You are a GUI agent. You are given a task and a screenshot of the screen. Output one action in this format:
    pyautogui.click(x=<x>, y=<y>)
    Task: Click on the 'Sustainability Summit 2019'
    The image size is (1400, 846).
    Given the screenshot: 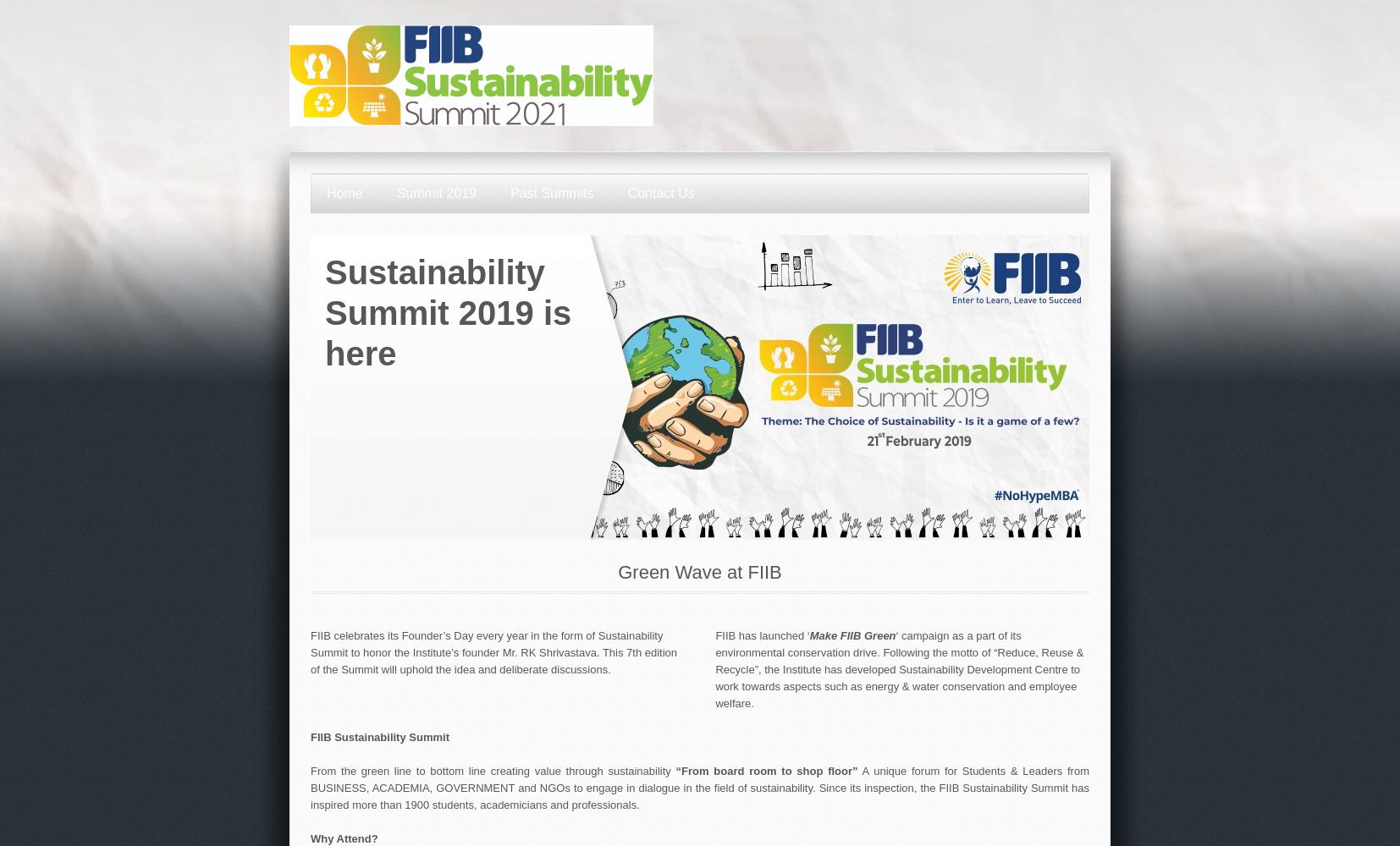 What is the action you would take?
    pyautogui.click(x=435, y=292)
    